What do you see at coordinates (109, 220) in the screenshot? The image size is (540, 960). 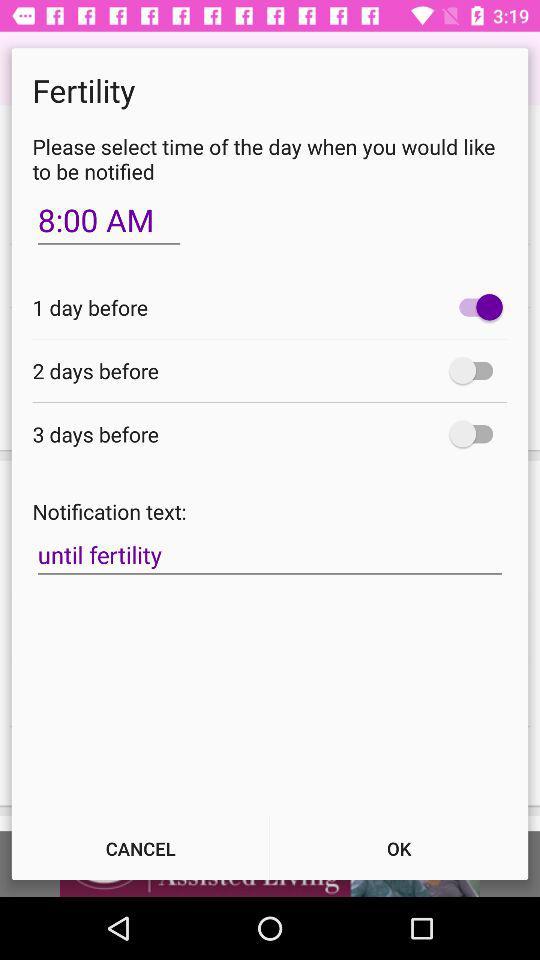 I see `the icon at the top left corner` at bounding box center [109, 220].